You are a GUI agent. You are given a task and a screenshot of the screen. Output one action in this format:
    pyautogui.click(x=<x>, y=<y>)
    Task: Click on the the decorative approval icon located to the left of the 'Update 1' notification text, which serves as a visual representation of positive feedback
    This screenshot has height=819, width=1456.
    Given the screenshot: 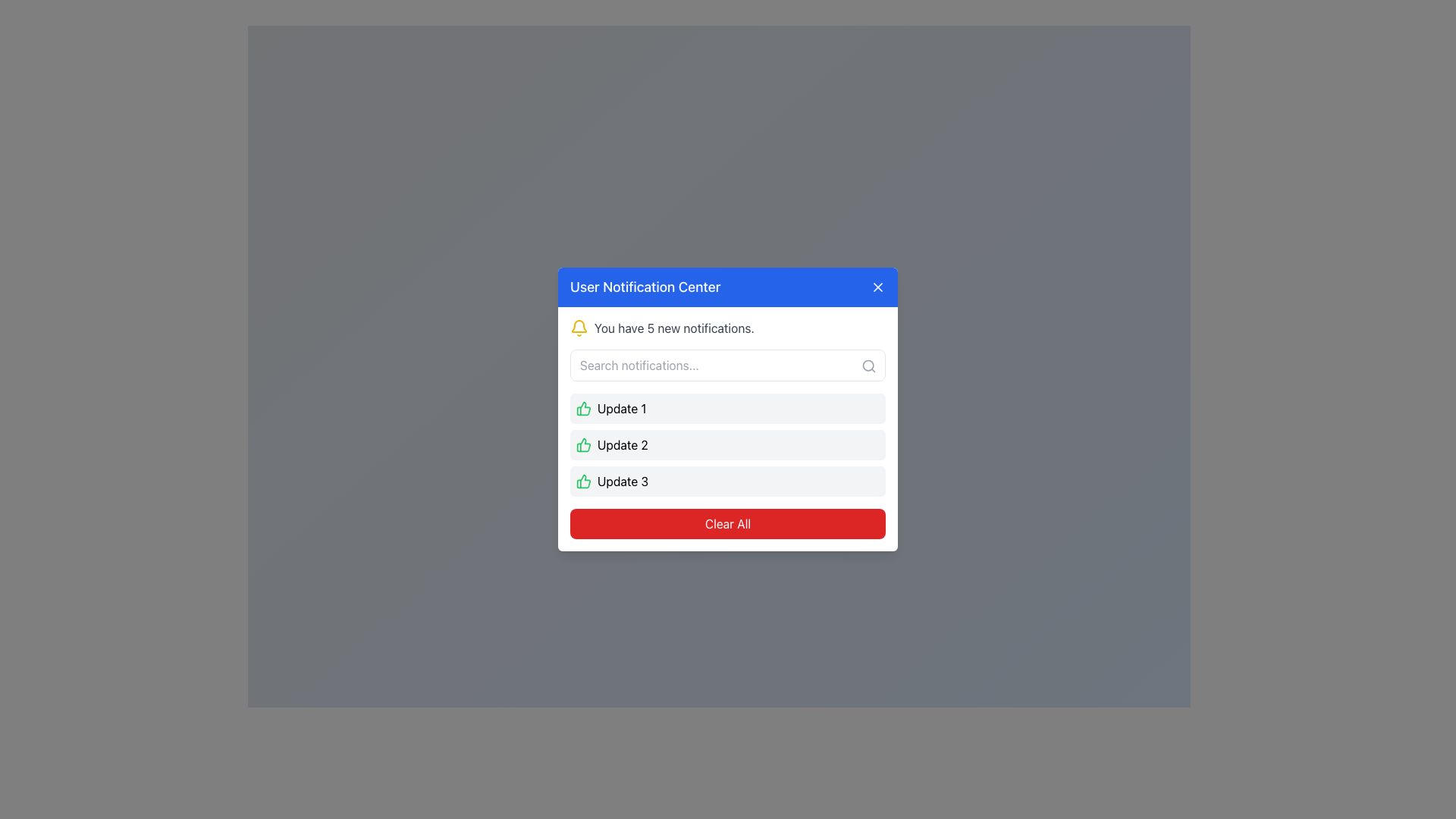 What is the action you would take?
    pyautogui.click(x=582, y=408)
    